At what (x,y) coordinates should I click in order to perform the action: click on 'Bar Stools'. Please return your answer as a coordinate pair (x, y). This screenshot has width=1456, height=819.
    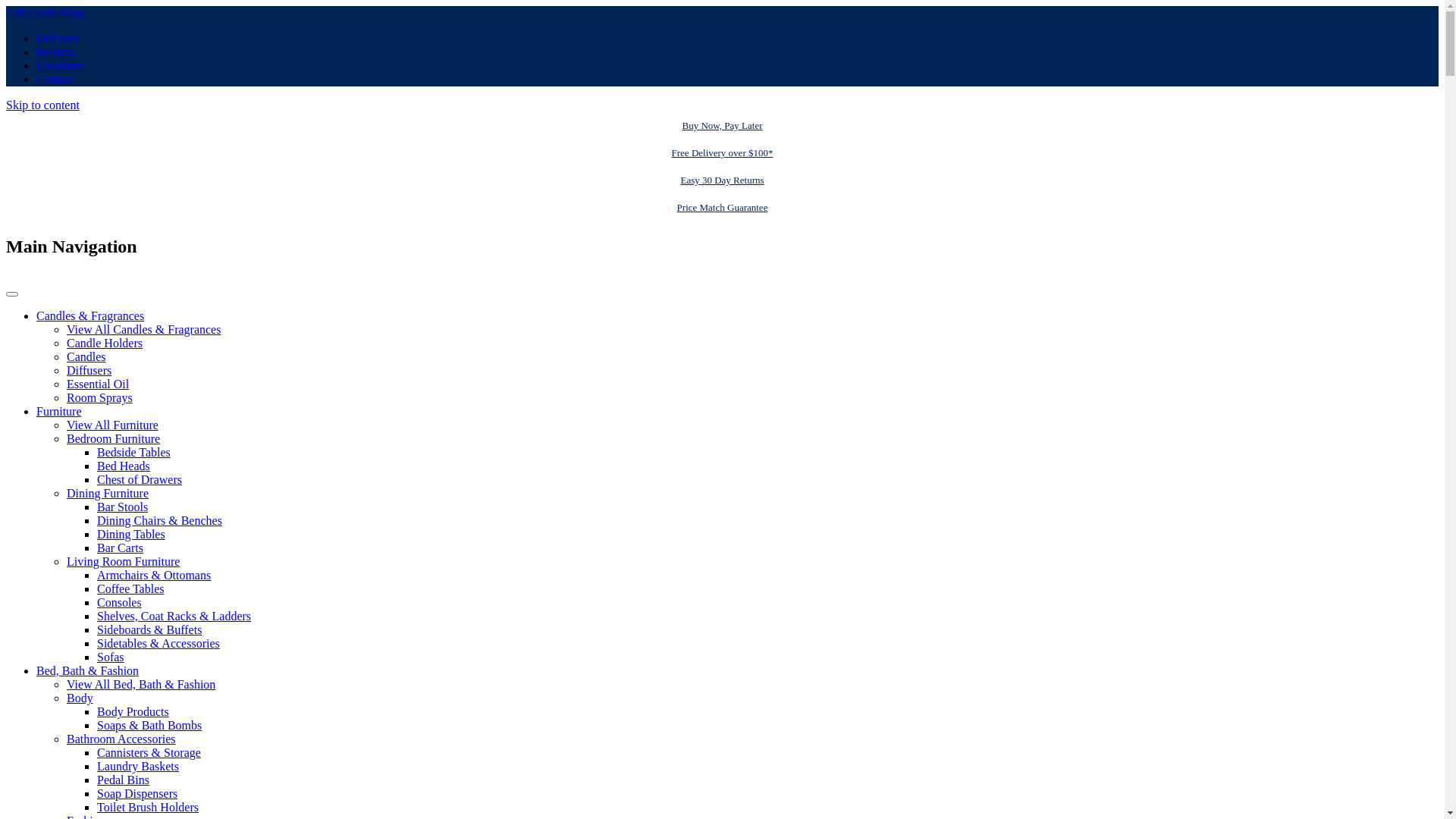
    Looking at the image, I should click on (122, 507).